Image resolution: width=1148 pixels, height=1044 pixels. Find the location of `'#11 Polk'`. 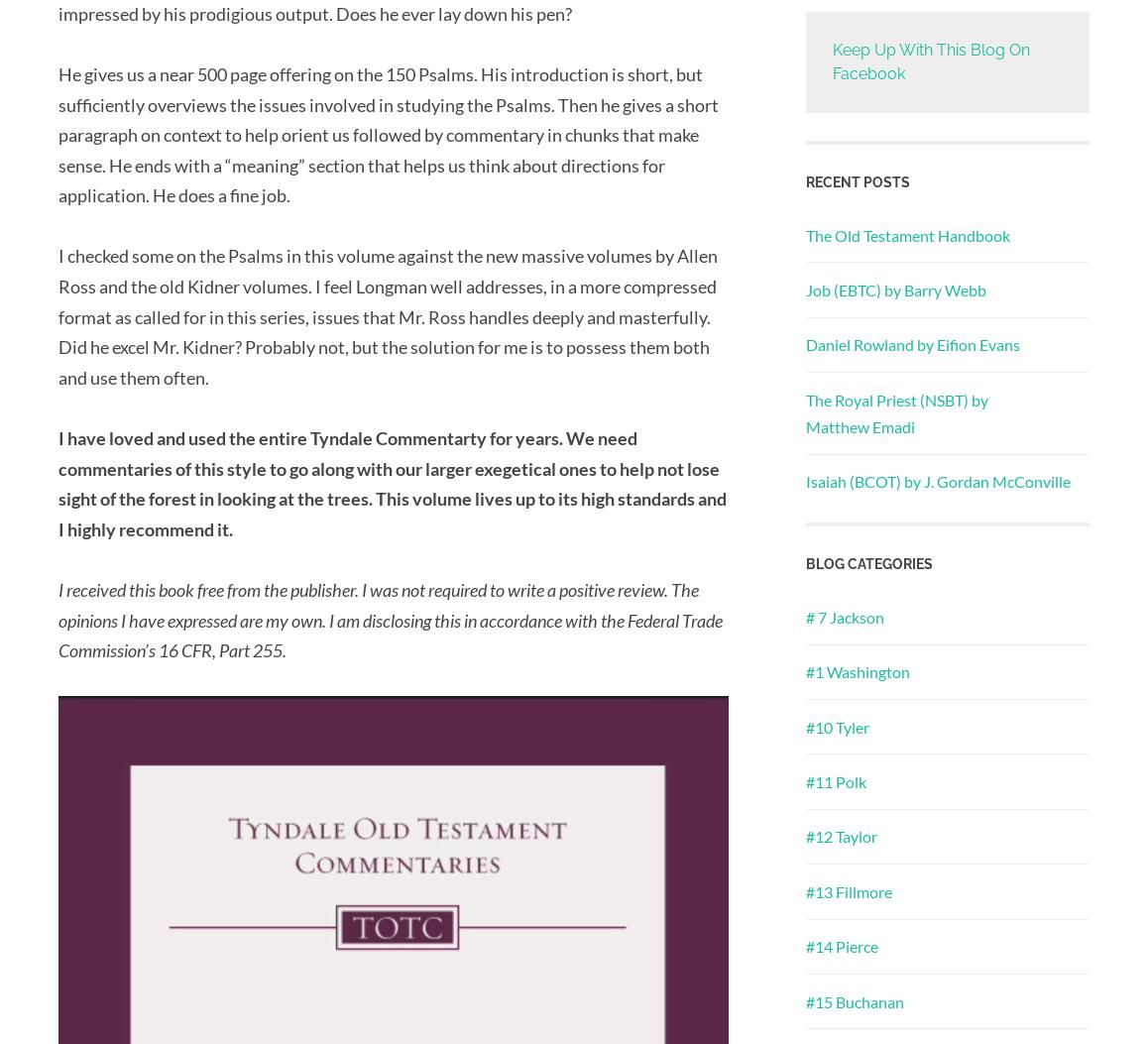

'#11 Polk' is located at coordinates (835, 781).